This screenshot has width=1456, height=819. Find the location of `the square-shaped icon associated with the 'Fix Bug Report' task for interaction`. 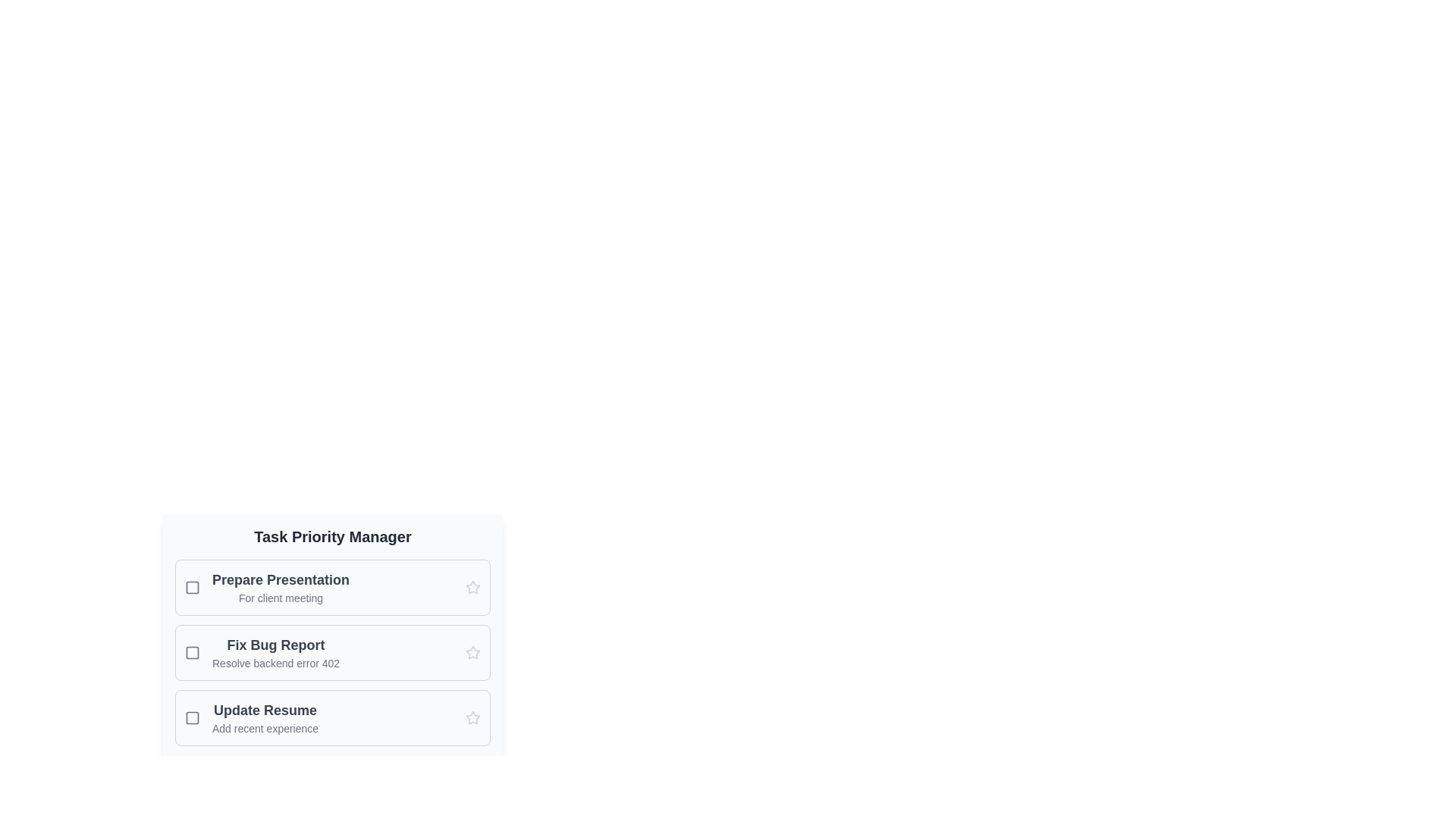

the square-shaped icon associated with the 'Fix Bug Report' task for interaction is located at coordinates (192, 651).